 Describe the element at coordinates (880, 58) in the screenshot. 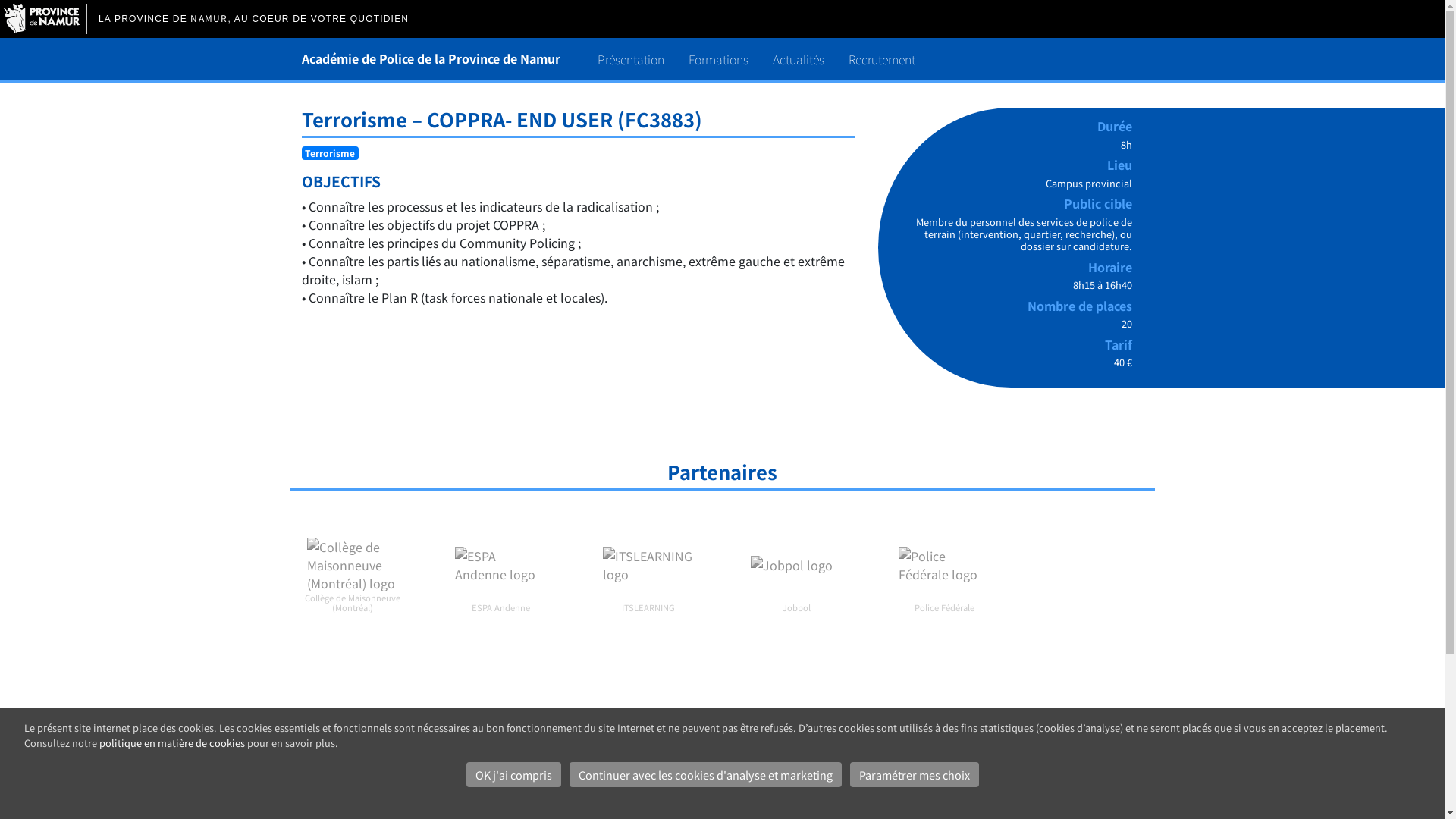

I see `'Recrutement'` at that location.